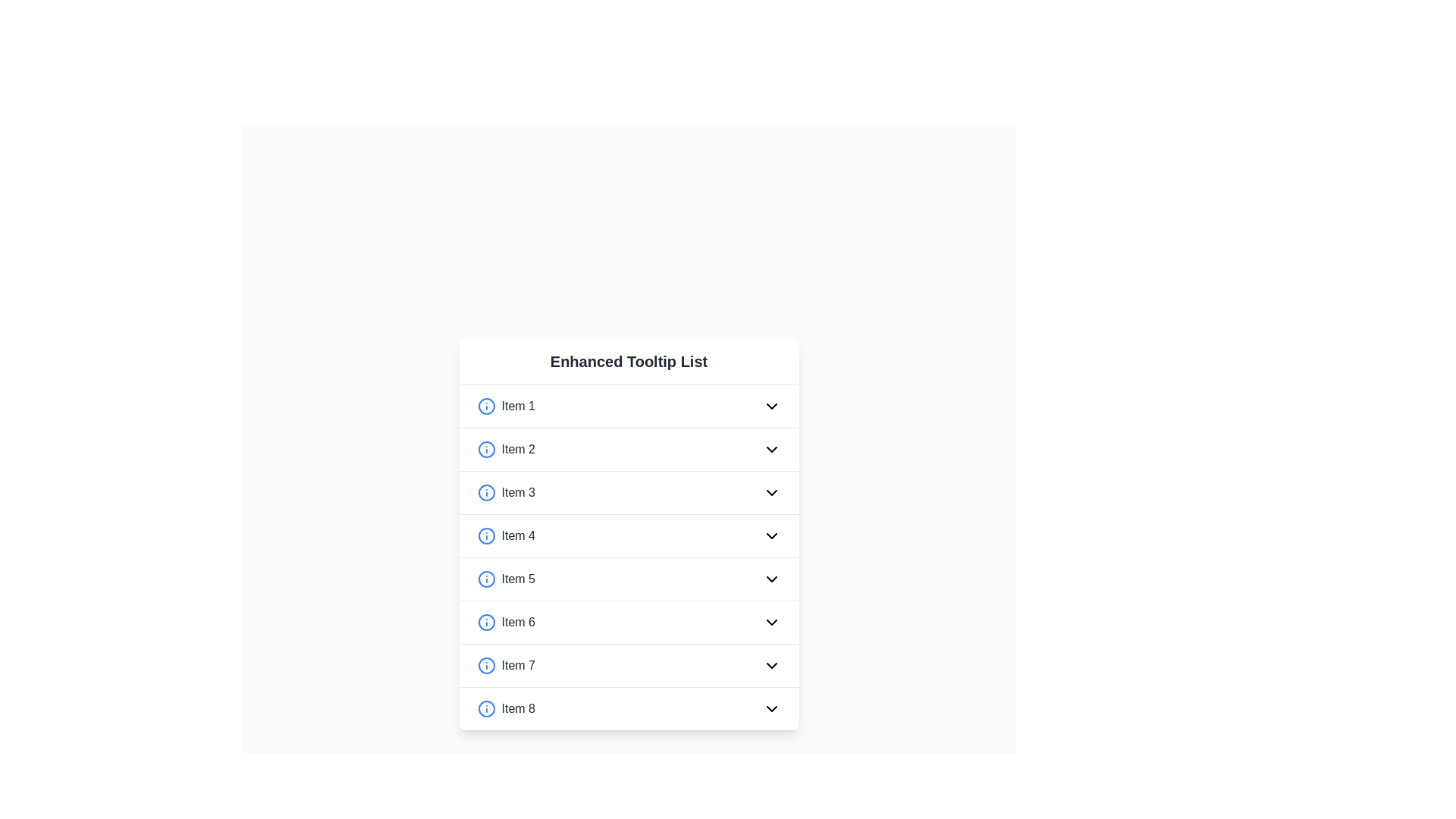  Describe the element at coordinates (771, 579) in the screenshot. I see `the downward-facing chevron icon located at the far-right side of the list item labeled 'Item 5' to trigger additional interaction effects` at that location.